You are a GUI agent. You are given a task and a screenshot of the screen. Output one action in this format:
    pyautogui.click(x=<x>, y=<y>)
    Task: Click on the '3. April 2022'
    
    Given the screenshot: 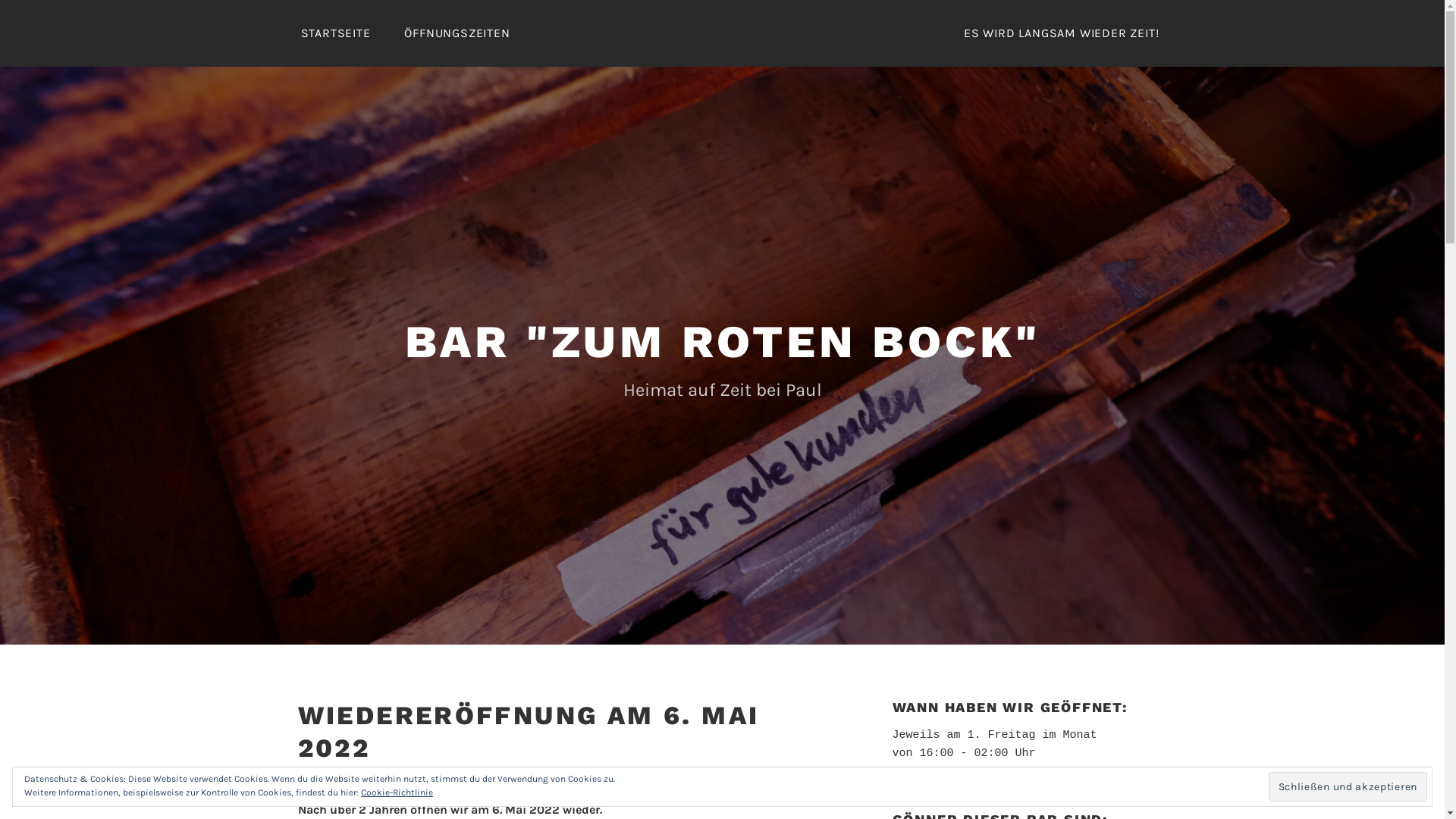 What is the action you would take?
    pyautogui.click(x=428, y=780)
    